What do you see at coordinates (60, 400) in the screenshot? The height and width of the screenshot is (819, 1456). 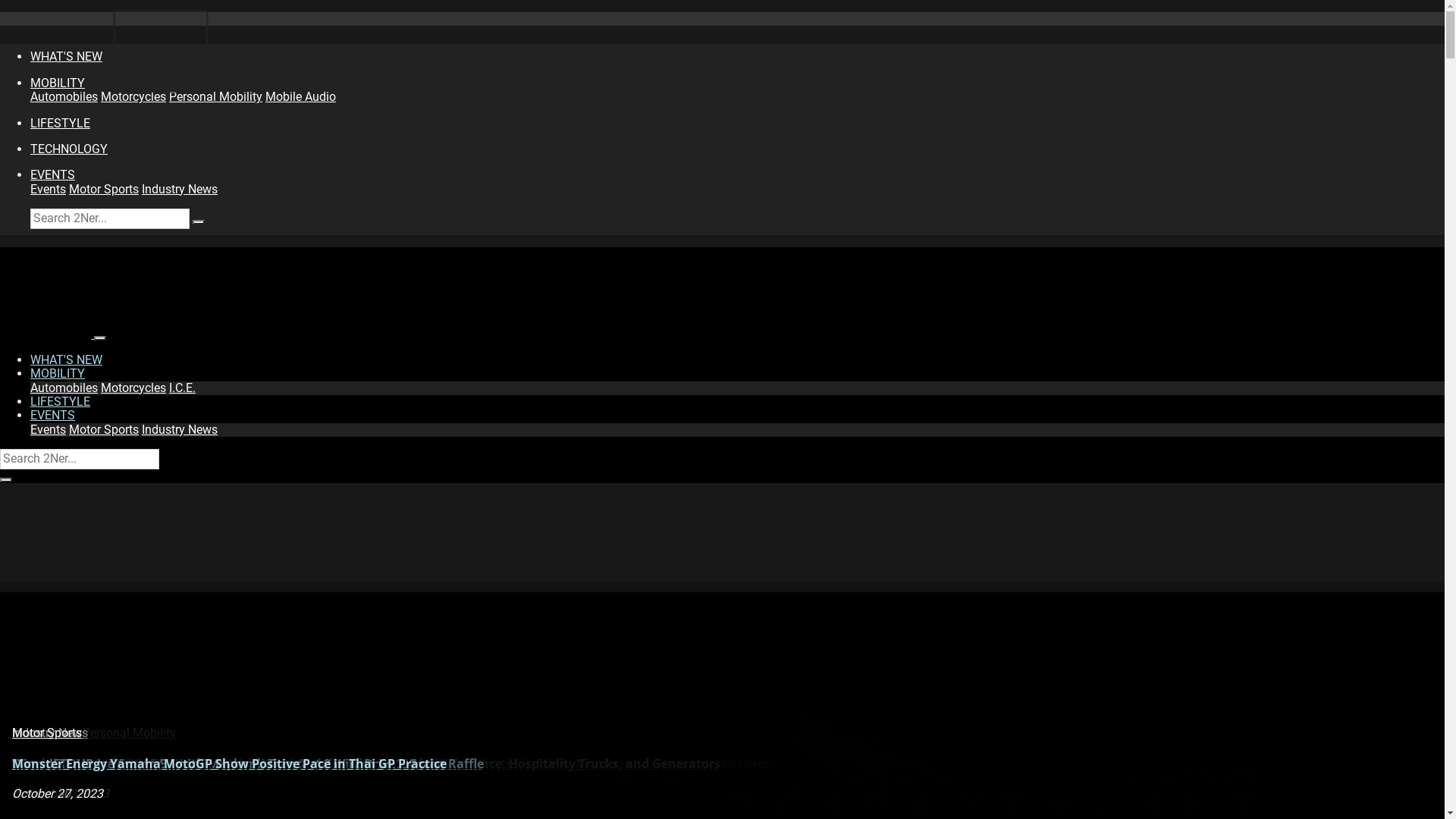 I see `'LIFESTYLE'` at bounding box center [60, 400].